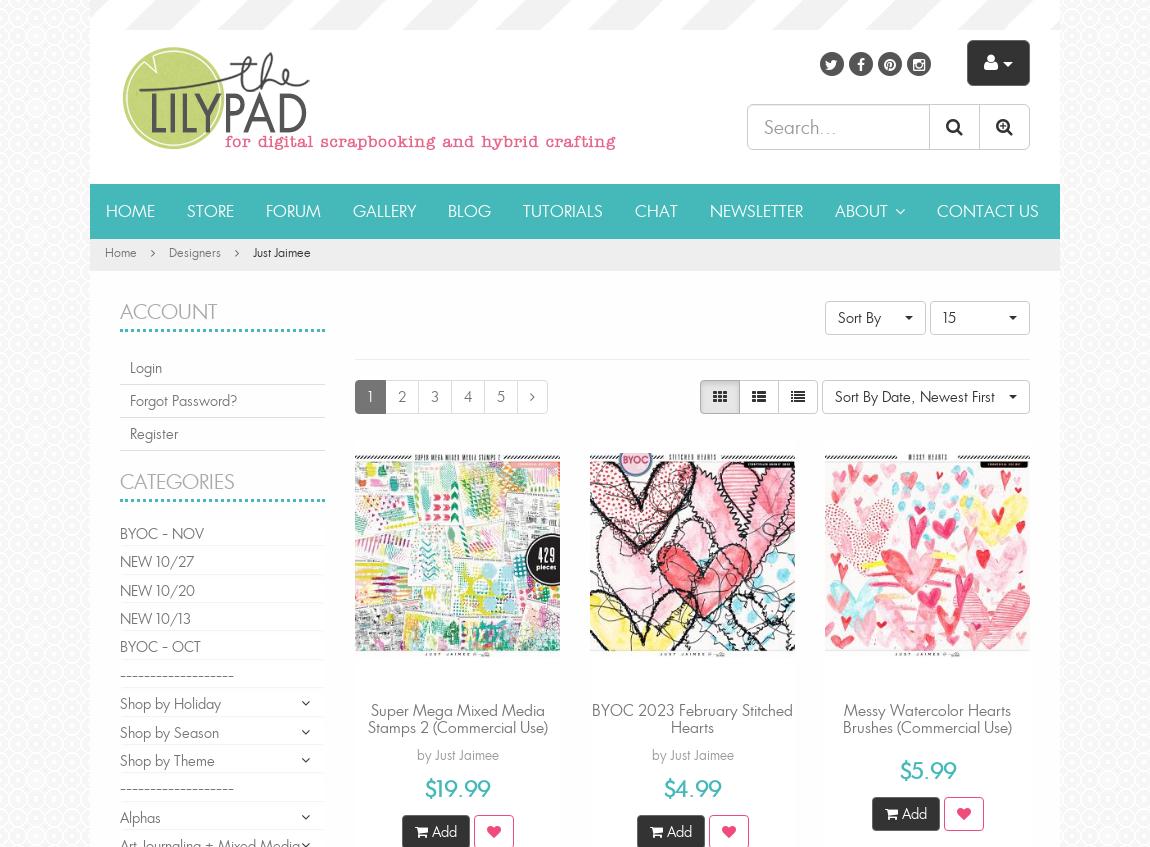 The height and width of the screenshot is (847, 1150). What do you see at coordinates (154, 617) in the screenshot?
I see `'NEW 10/13'` at bounding box center [154, 617].